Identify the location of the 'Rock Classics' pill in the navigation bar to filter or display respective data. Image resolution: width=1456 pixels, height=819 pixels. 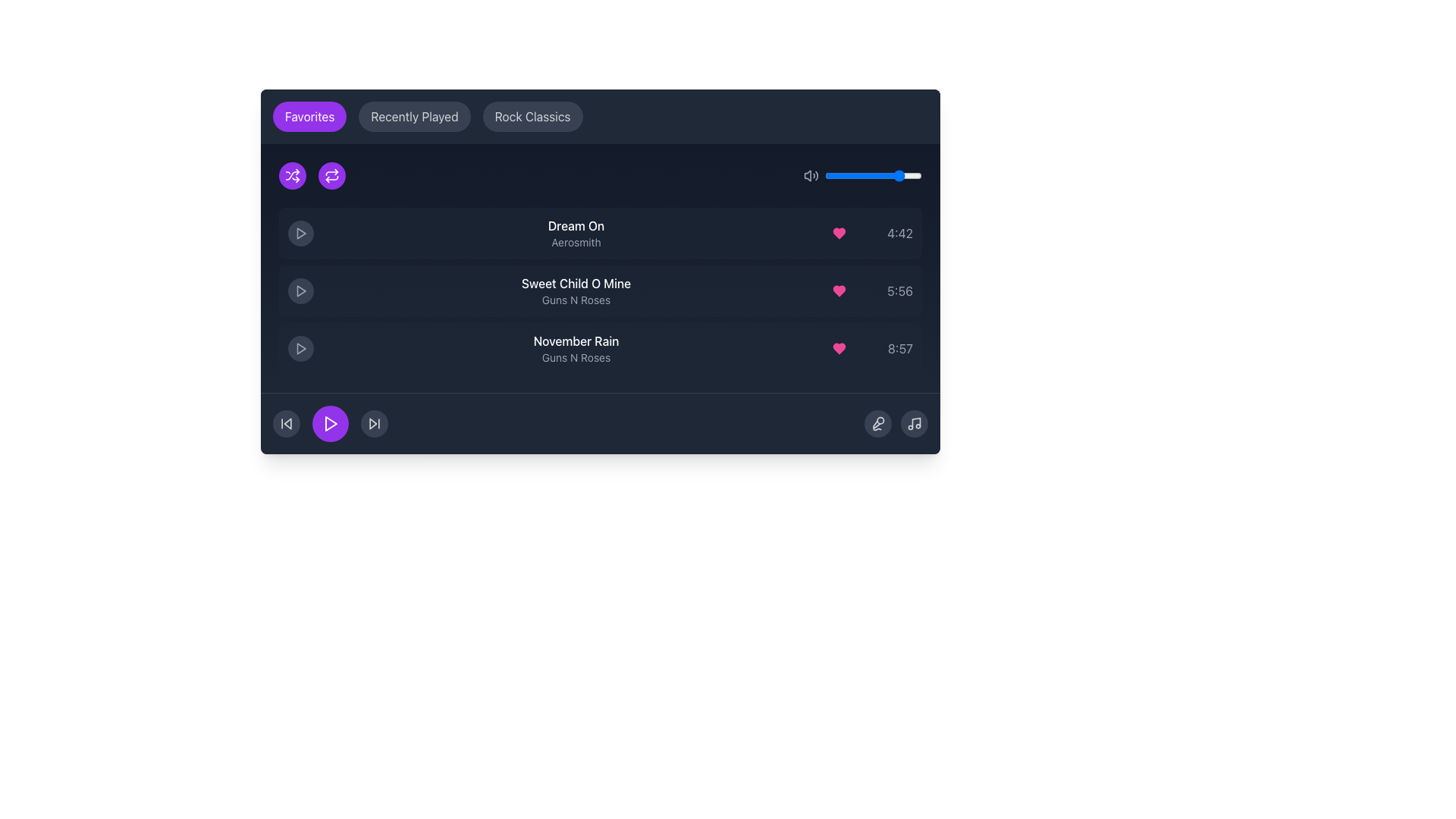
(600, 116).